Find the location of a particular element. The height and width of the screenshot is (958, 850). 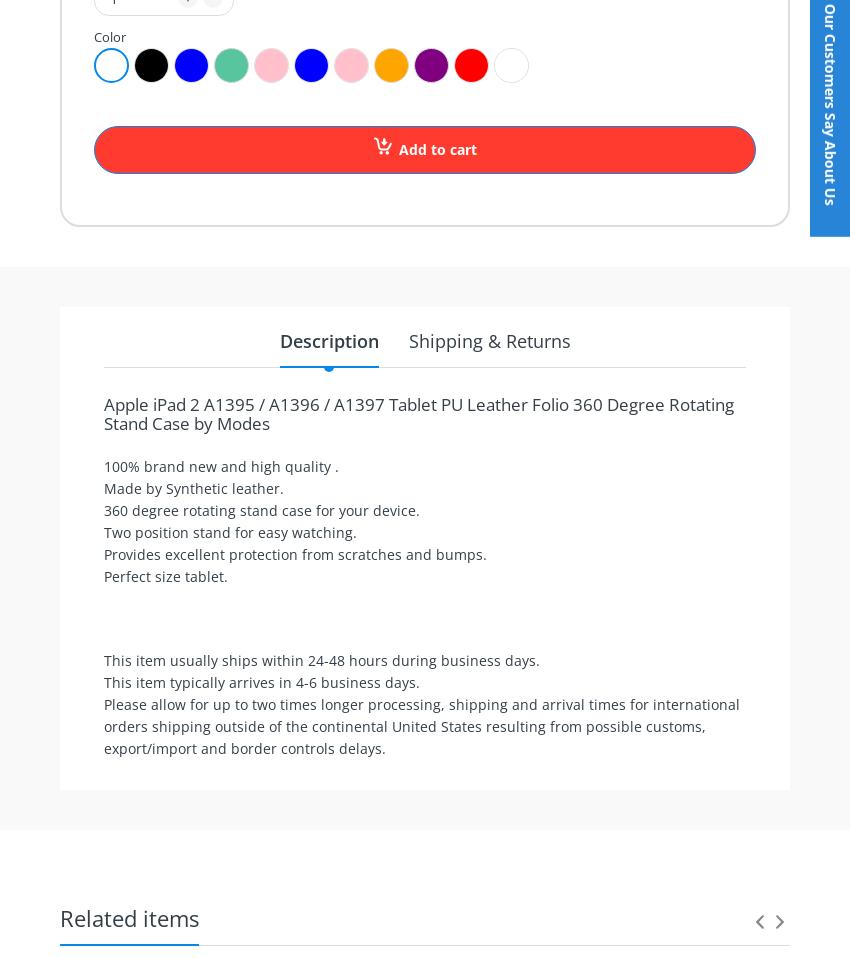

'Please allow for up to two times longer processing, shipping and arrival times for international orders shipping outside of the continental United States resulting from possible customs, export/import and border controls delays.' is located at coordinates (421, 726).